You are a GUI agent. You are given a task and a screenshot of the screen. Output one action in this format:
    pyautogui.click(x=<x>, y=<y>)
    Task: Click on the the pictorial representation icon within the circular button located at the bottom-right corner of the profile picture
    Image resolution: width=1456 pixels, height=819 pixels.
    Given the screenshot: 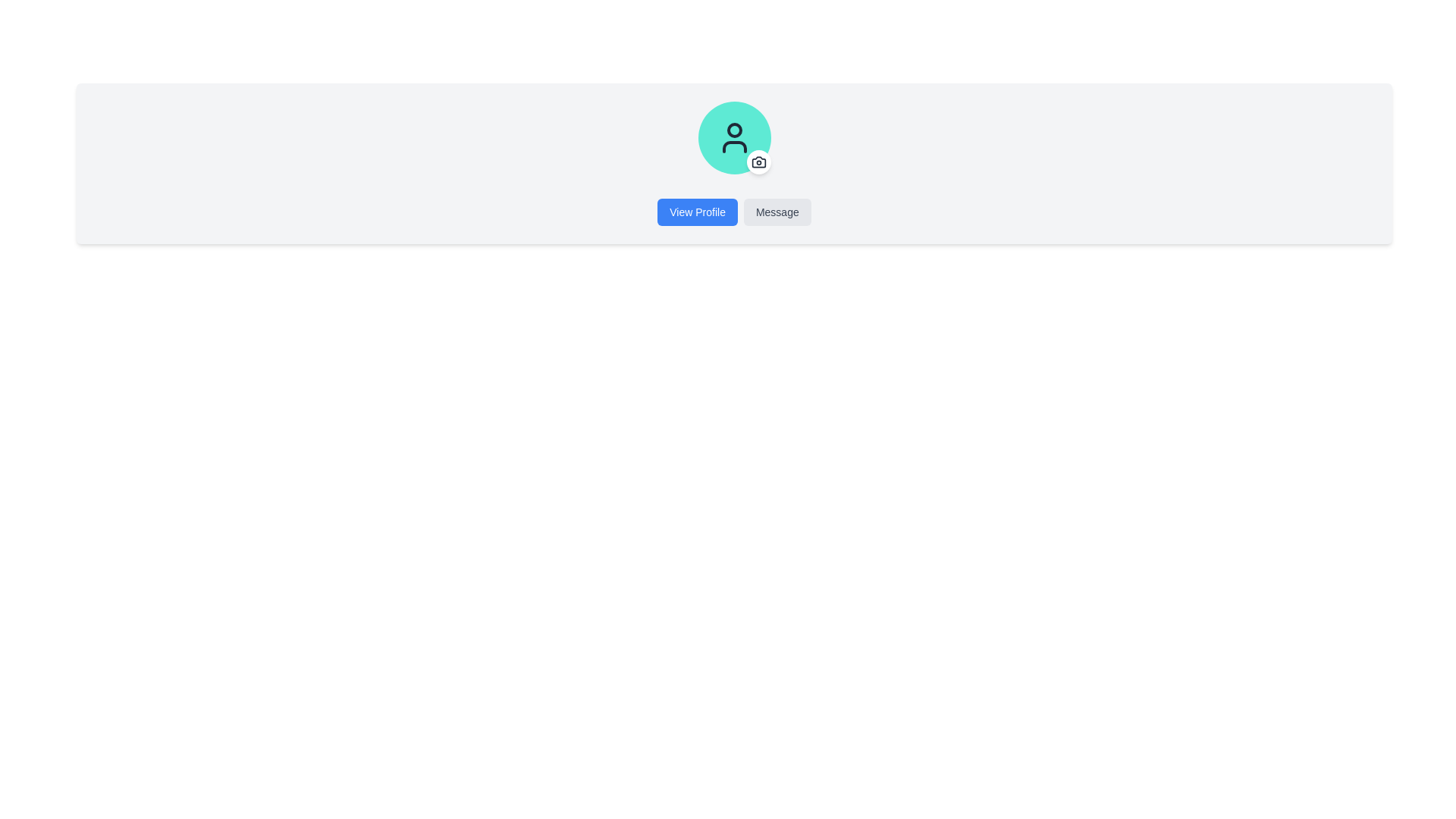 What is the action you would take?
    pyautogui.click(x=758, y=162)
    